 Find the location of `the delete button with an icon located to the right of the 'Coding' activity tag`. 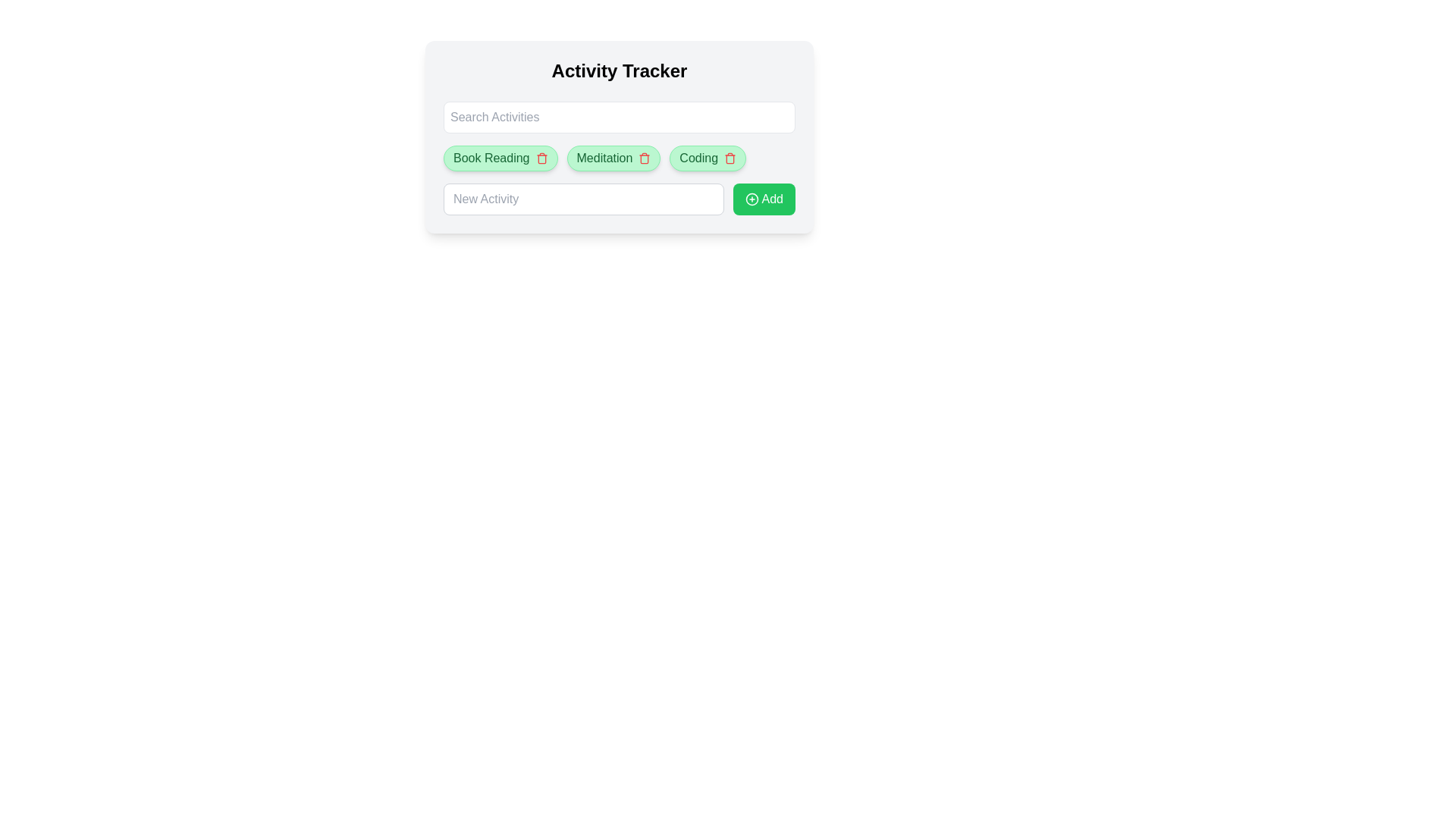

the delete button with an icon located to the right of the 'Coding' activity tag is located at coordinates (730, 158).